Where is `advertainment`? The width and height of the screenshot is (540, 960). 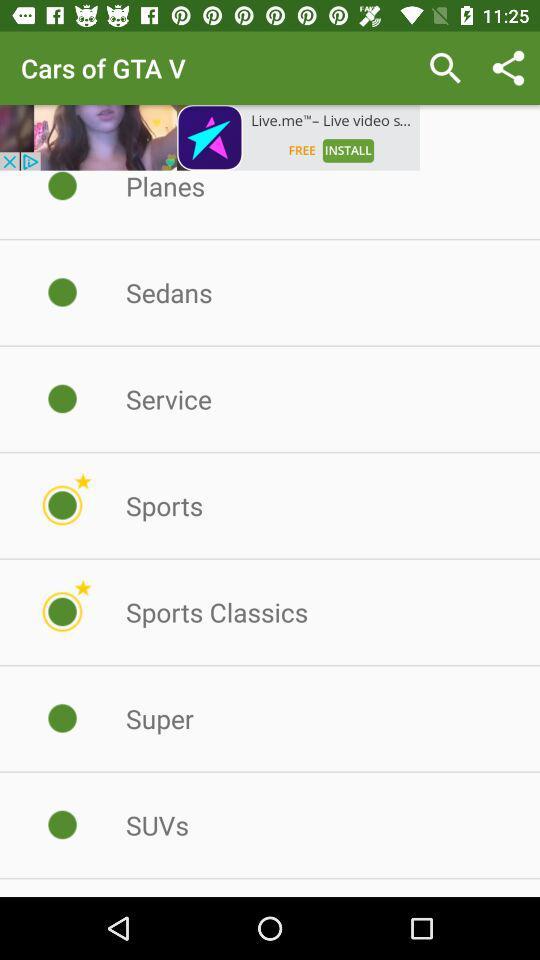 advertainment is located at coordinates (209, 136).